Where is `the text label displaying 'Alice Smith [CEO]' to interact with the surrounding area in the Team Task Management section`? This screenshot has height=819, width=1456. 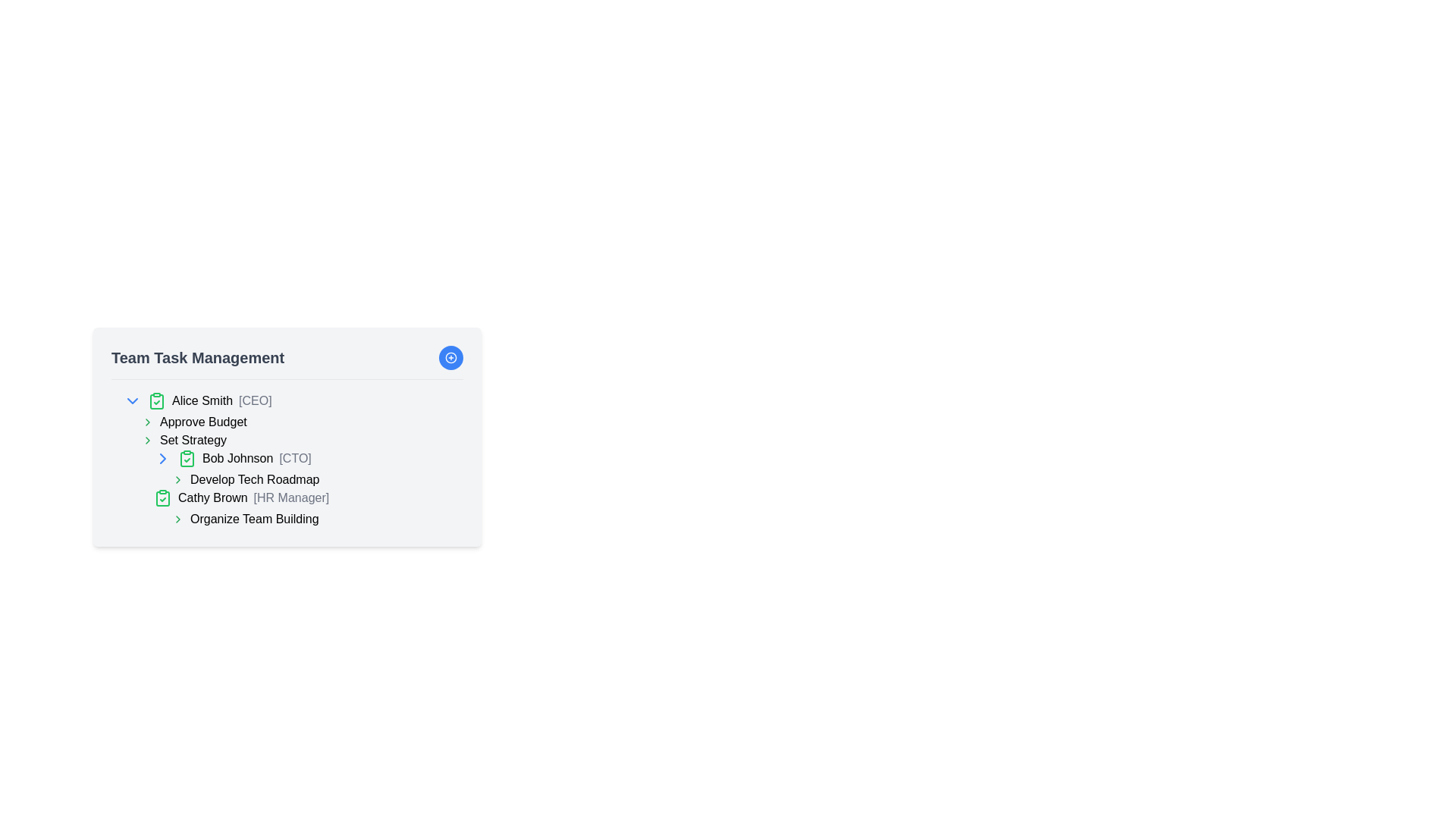 the text label displaying 'Alice Smith [CEO]' to interact with the surrounding area in the Team Task Management section is located at coordinates (221, 400).